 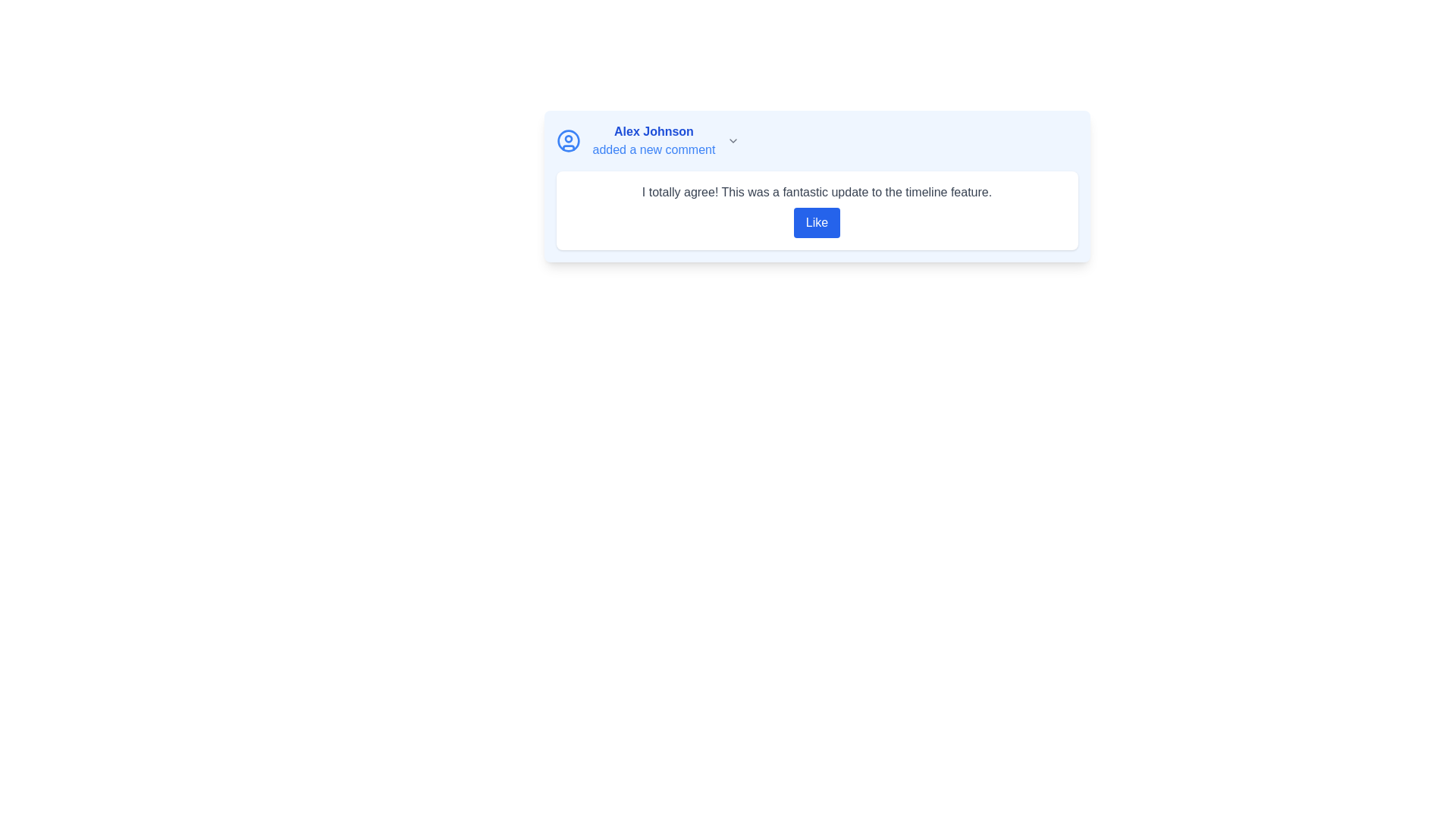 What do you see at coordinates (567, 140) in the screenshot?
I see `the SVG Circle Element with a blue outline located at the center of the avatar icon on the top-left corner of the comment card` at bounding box center [567, 140].